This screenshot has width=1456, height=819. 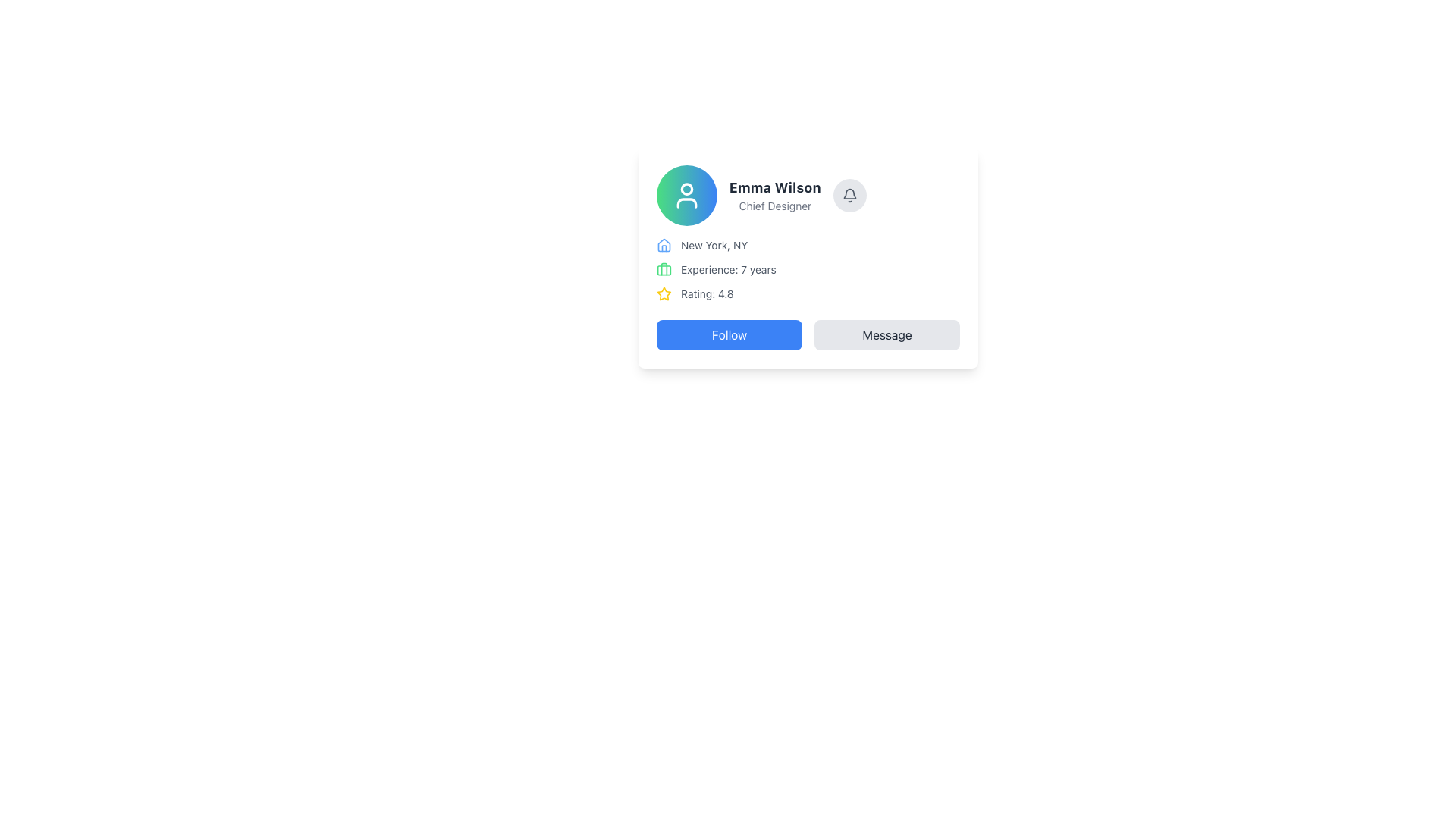 I want to click on the composite UI element displaying the rating value (4.8) at the bottom of the profile information card, so click(x=807, y=294).